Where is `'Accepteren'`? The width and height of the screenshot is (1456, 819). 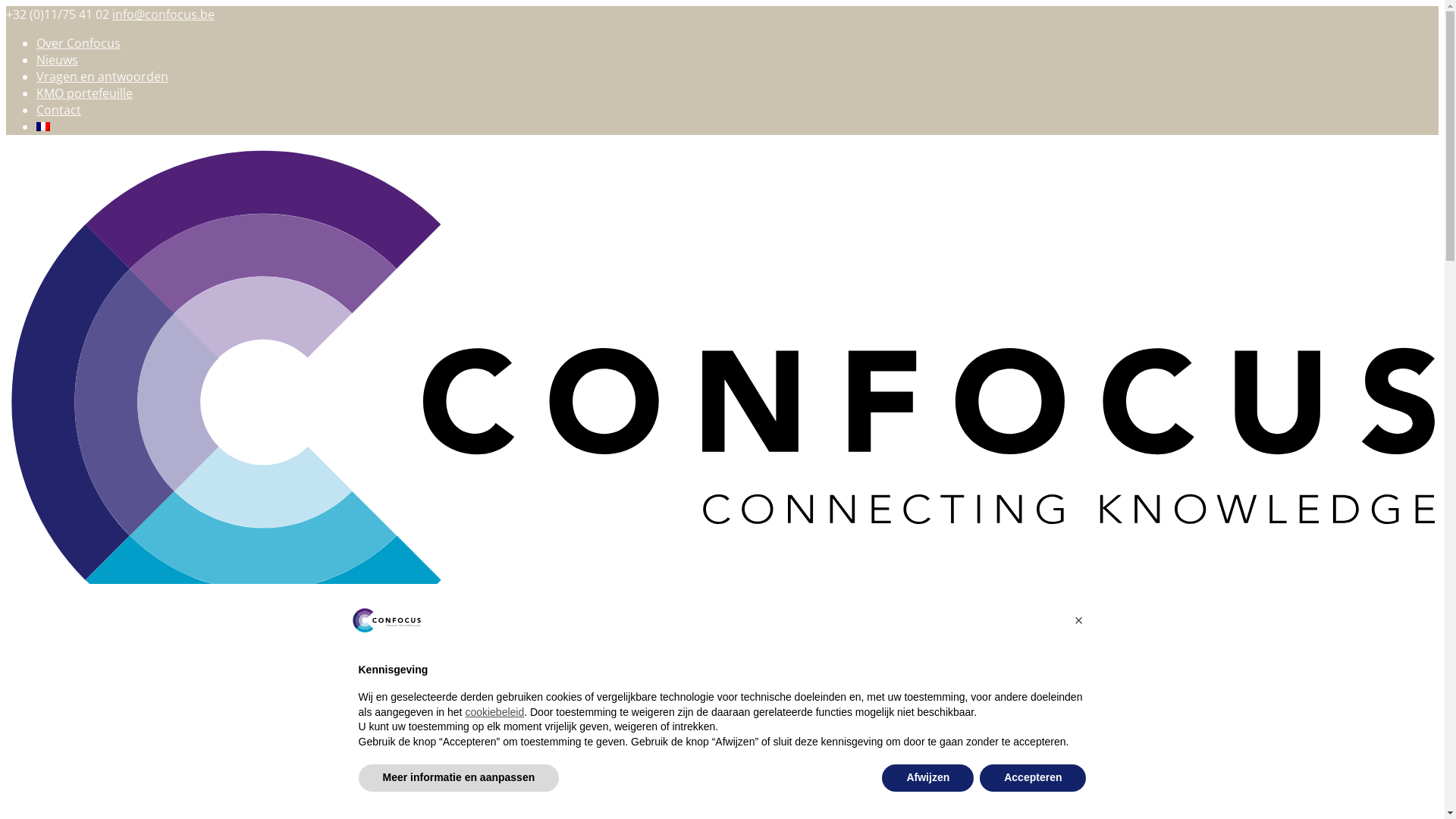 'Accepteren' is located at coordinates (1032, 778).